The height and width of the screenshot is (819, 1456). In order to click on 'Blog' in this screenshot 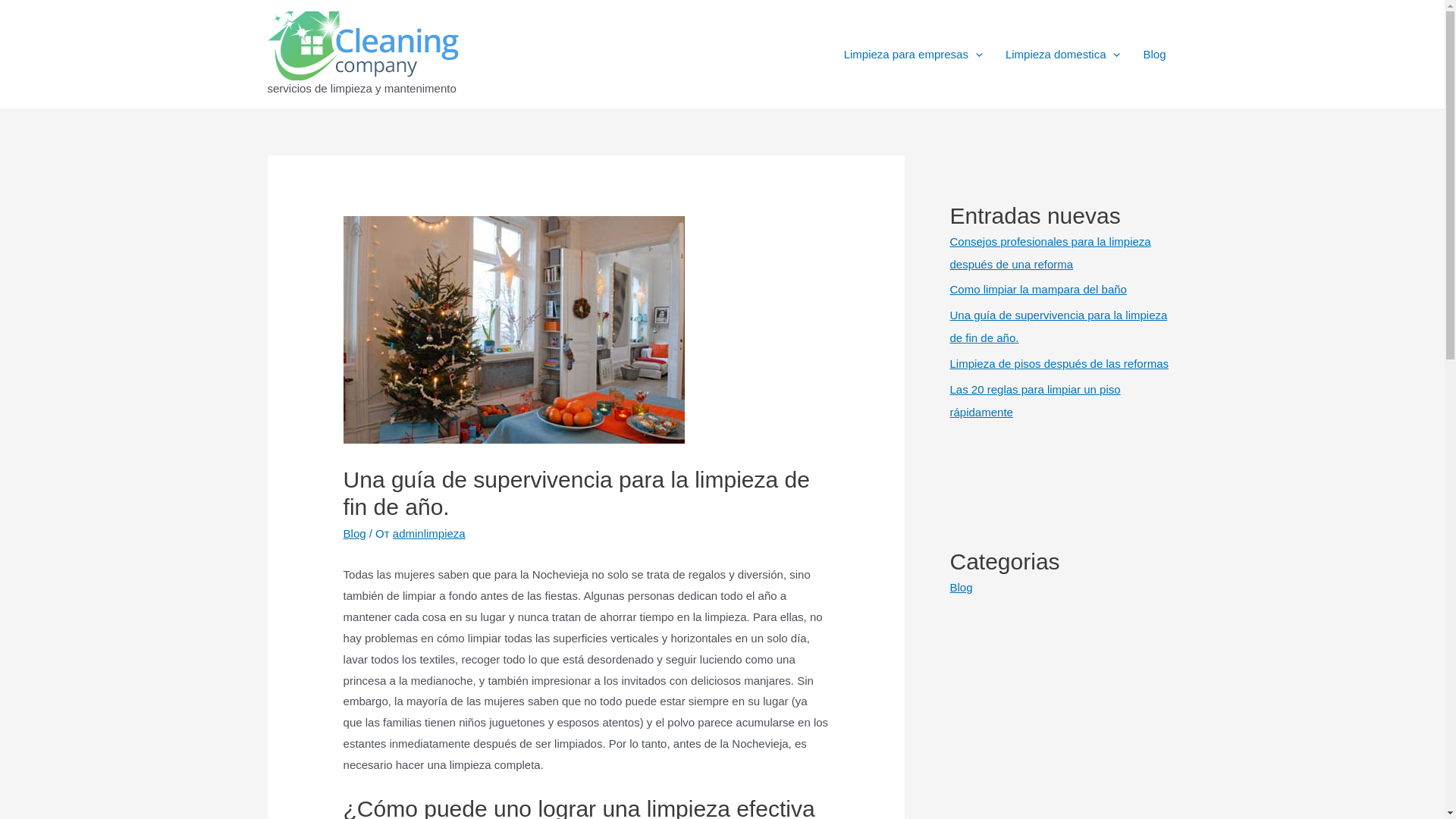, I will do `click(1131, 54)`.